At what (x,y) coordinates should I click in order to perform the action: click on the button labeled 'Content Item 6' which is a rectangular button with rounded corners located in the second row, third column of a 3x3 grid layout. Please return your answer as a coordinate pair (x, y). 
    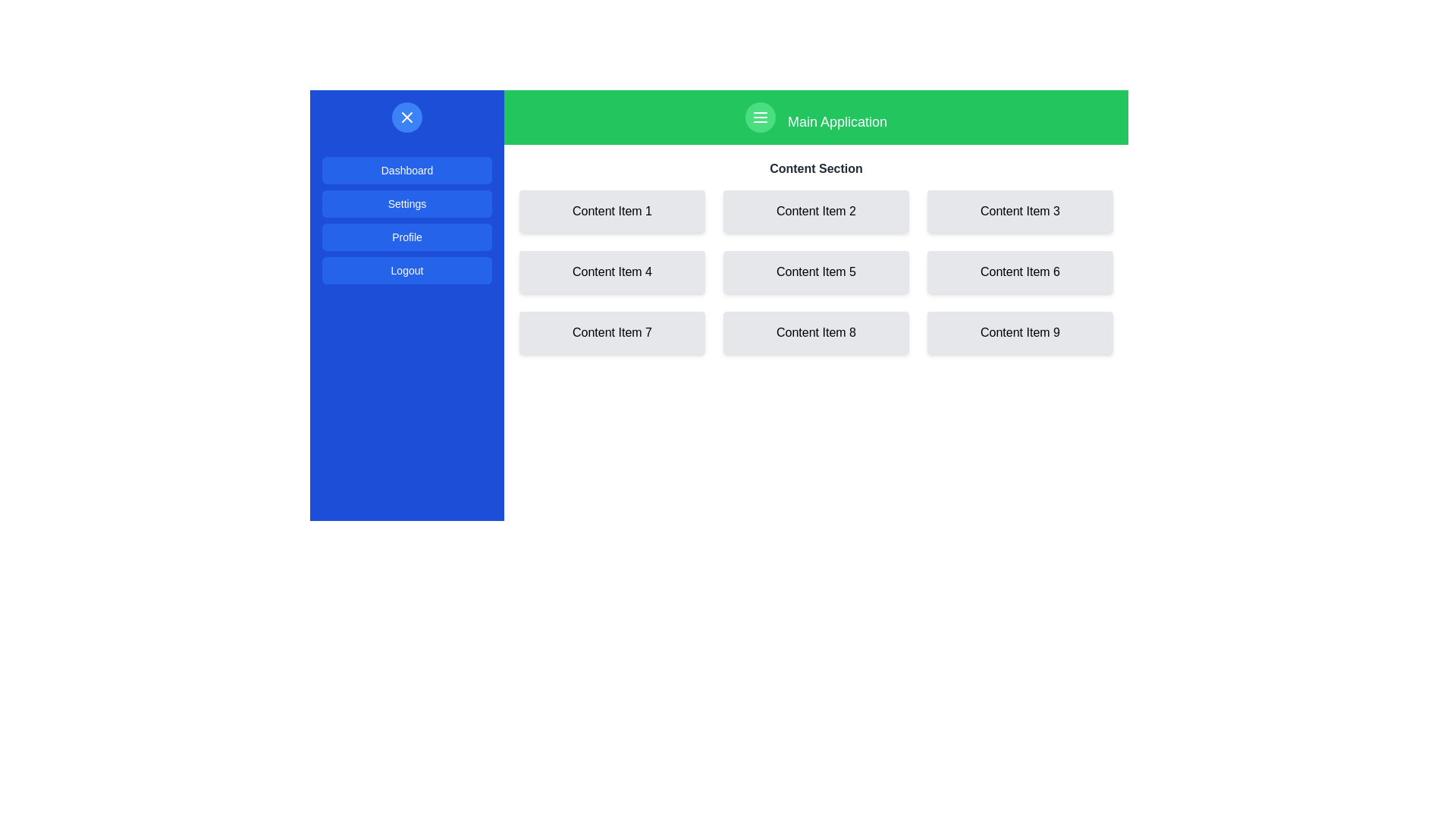
    Looking at the image, I should click on (1020, 271).